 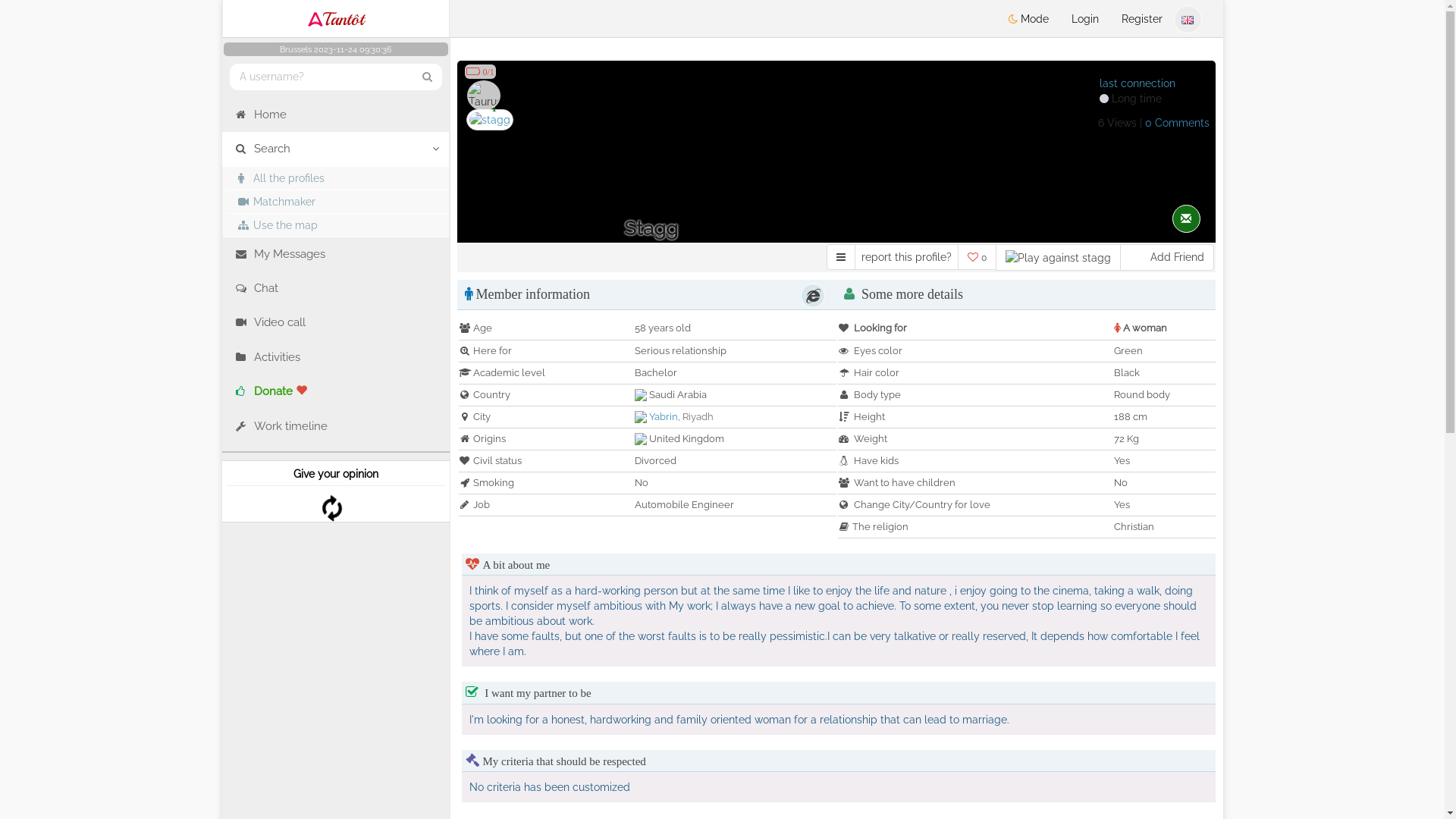 I want to click on 'Chat', so click(x=334, y=288).